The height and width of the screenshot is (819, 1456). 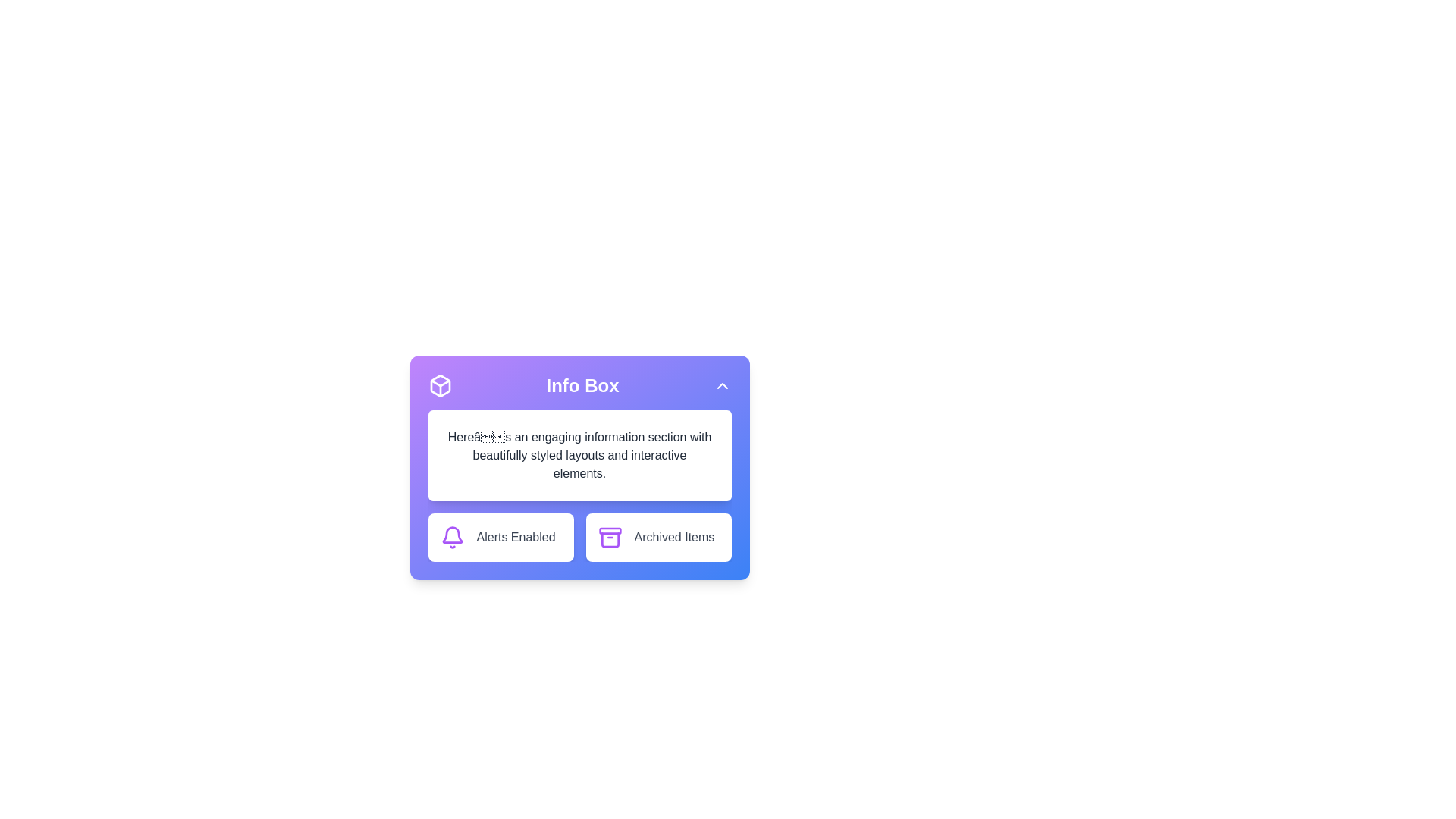 What do you see at coordinates (579, 455) in the screenshot?
I see `the Text box located in the 'Info Box' section, positioned below the header and above the action buttons 'Alerts Enabled' and 'Archived Items'` at bounding box center [579, 455].